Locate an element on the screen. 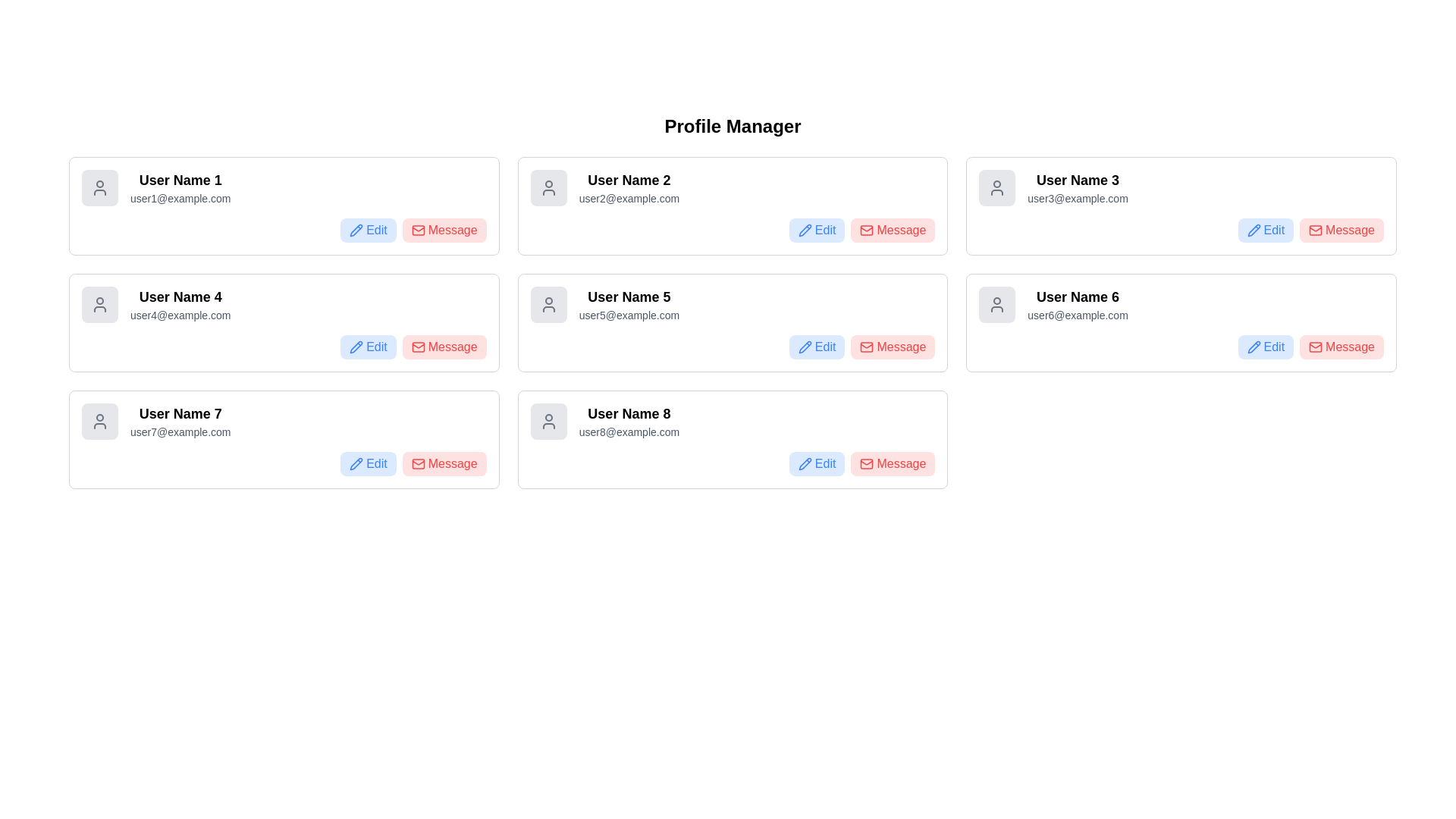 The image size is (1456, 819). the edit button for 'User Name 4' to initiate editing is located at coordinates (368, 347).